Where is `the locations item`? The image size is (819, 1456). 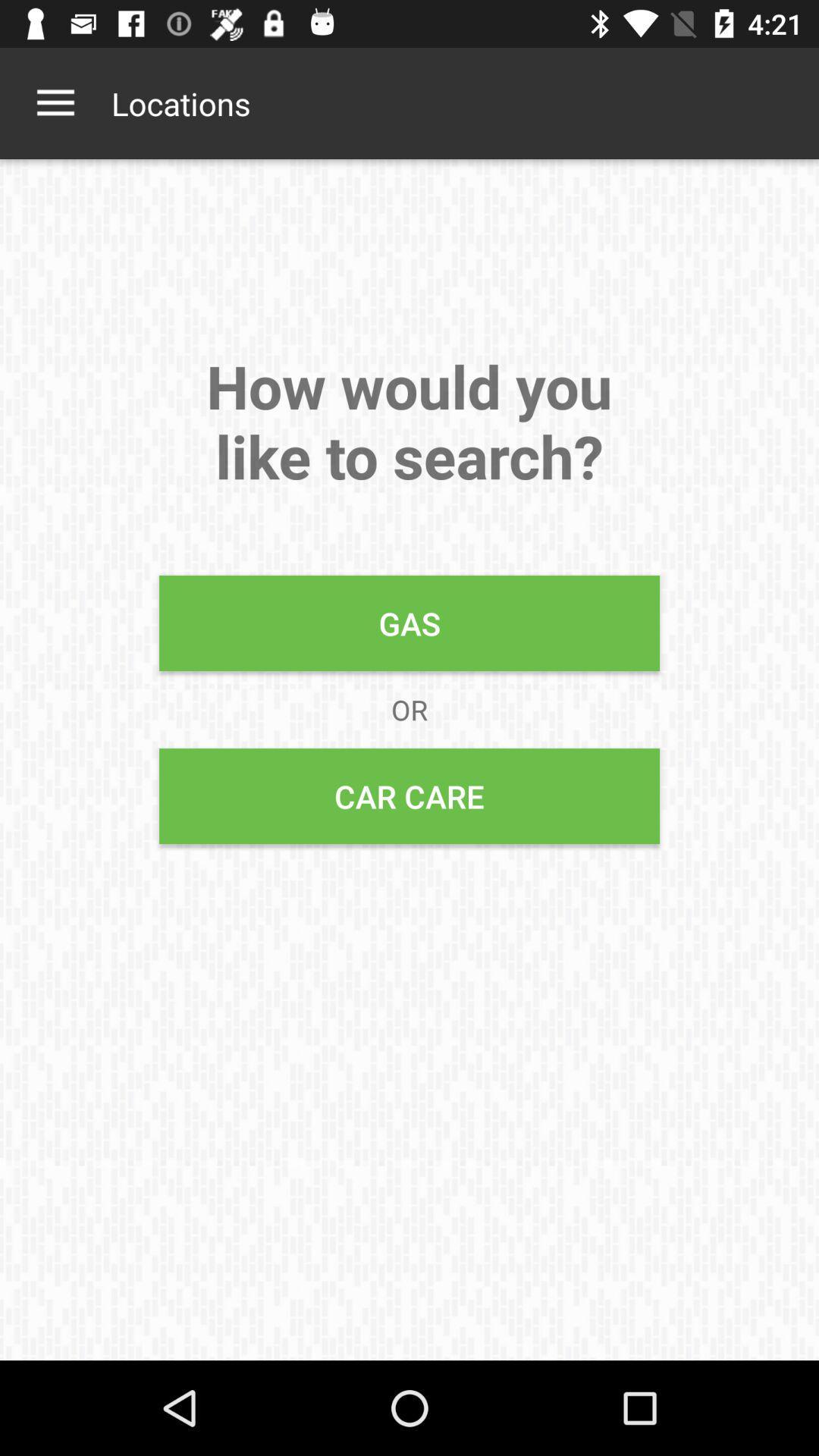
the locations item is located at coordinates (180, 102).